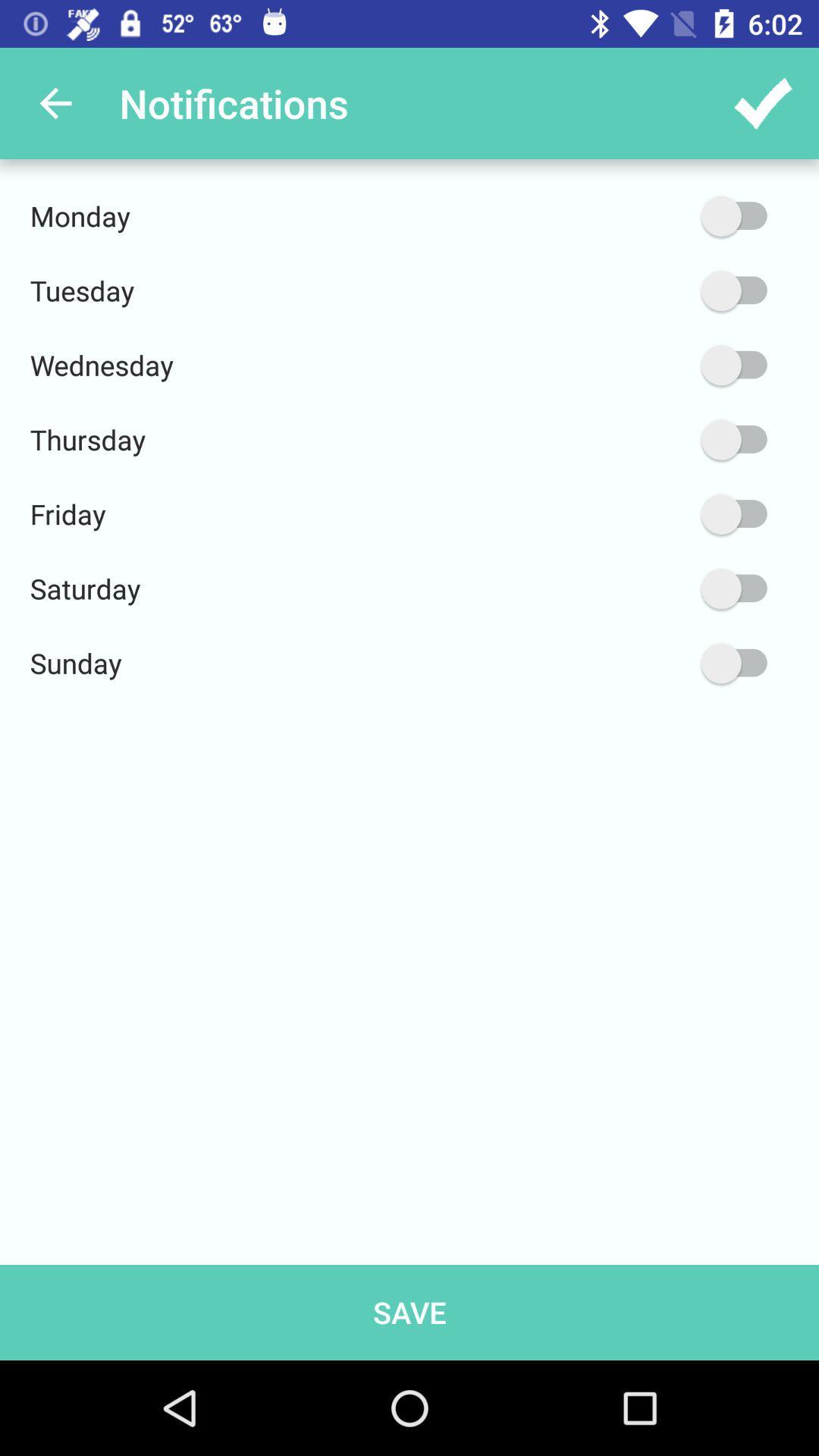 The height and width of the screenshot is (1456, 819). I want to click on activate saturday, so click(661, 588).